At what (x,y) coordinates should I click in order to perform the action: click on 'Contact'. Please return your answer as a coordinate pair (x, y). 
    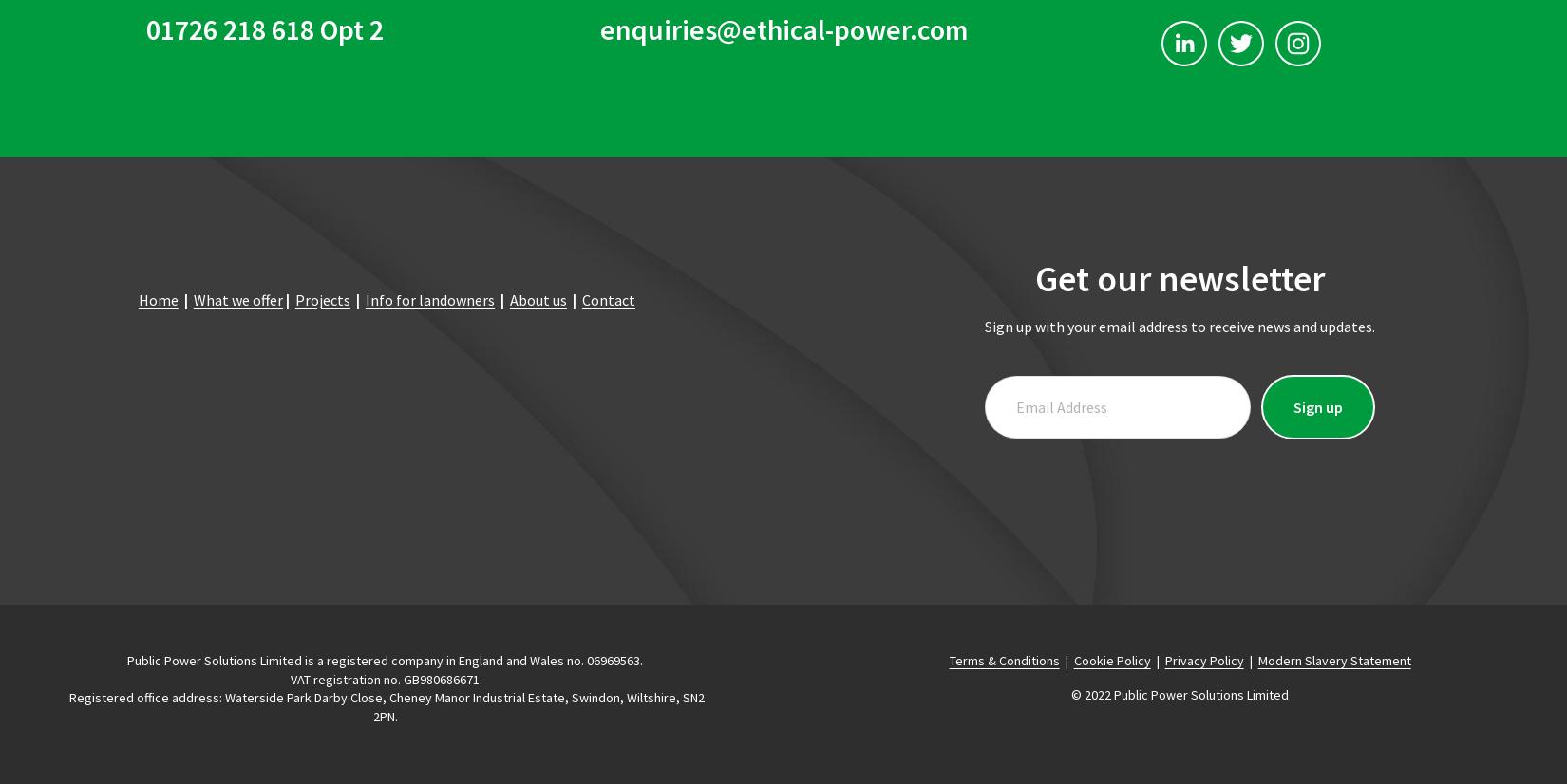
    Looking at the image, I should click on (607, 299).